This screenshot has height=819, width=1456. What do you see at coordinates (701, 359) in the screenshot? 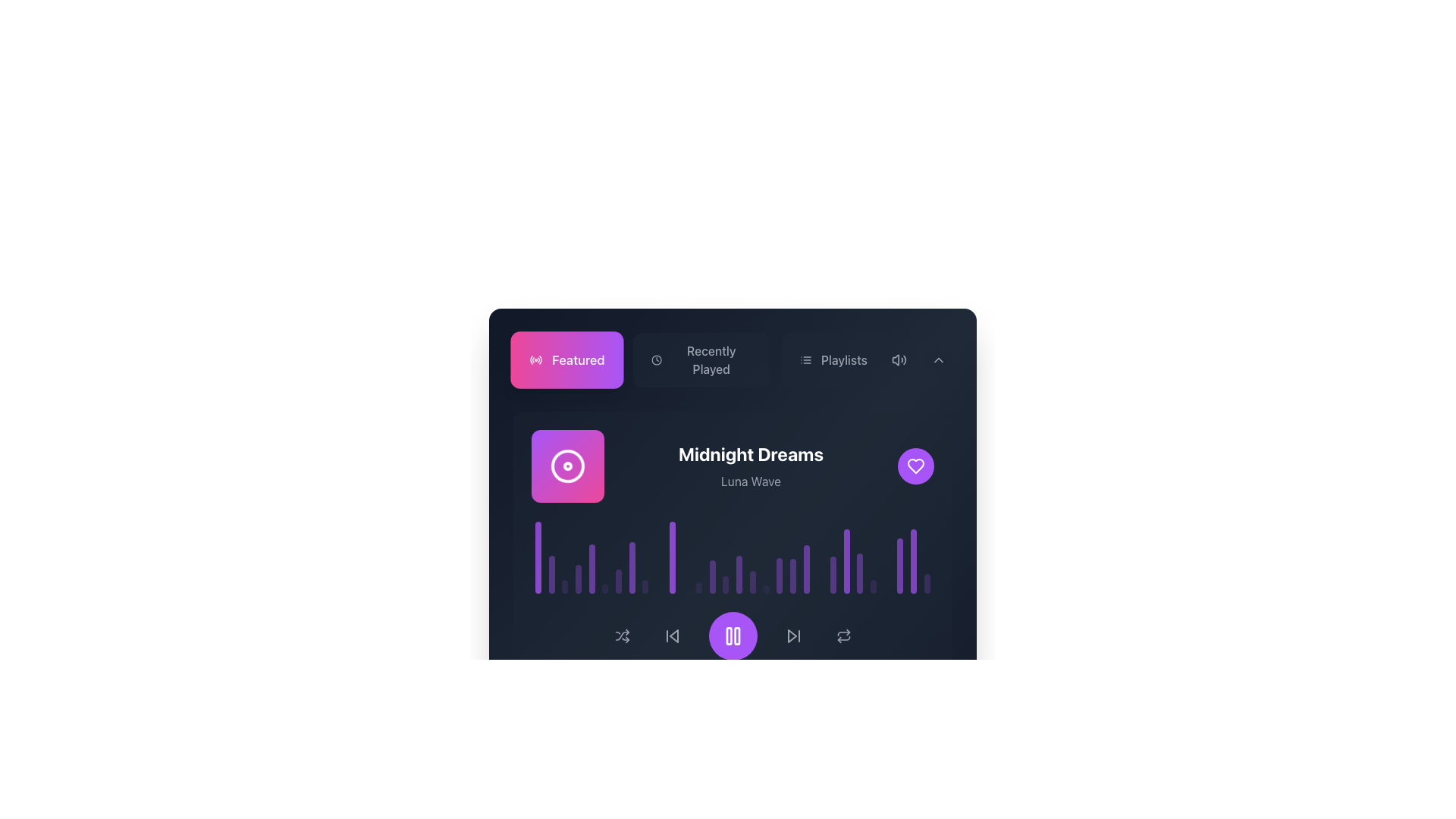
I see `the center button in the group of buttons, which allows users` at bounding box center [701, 359].